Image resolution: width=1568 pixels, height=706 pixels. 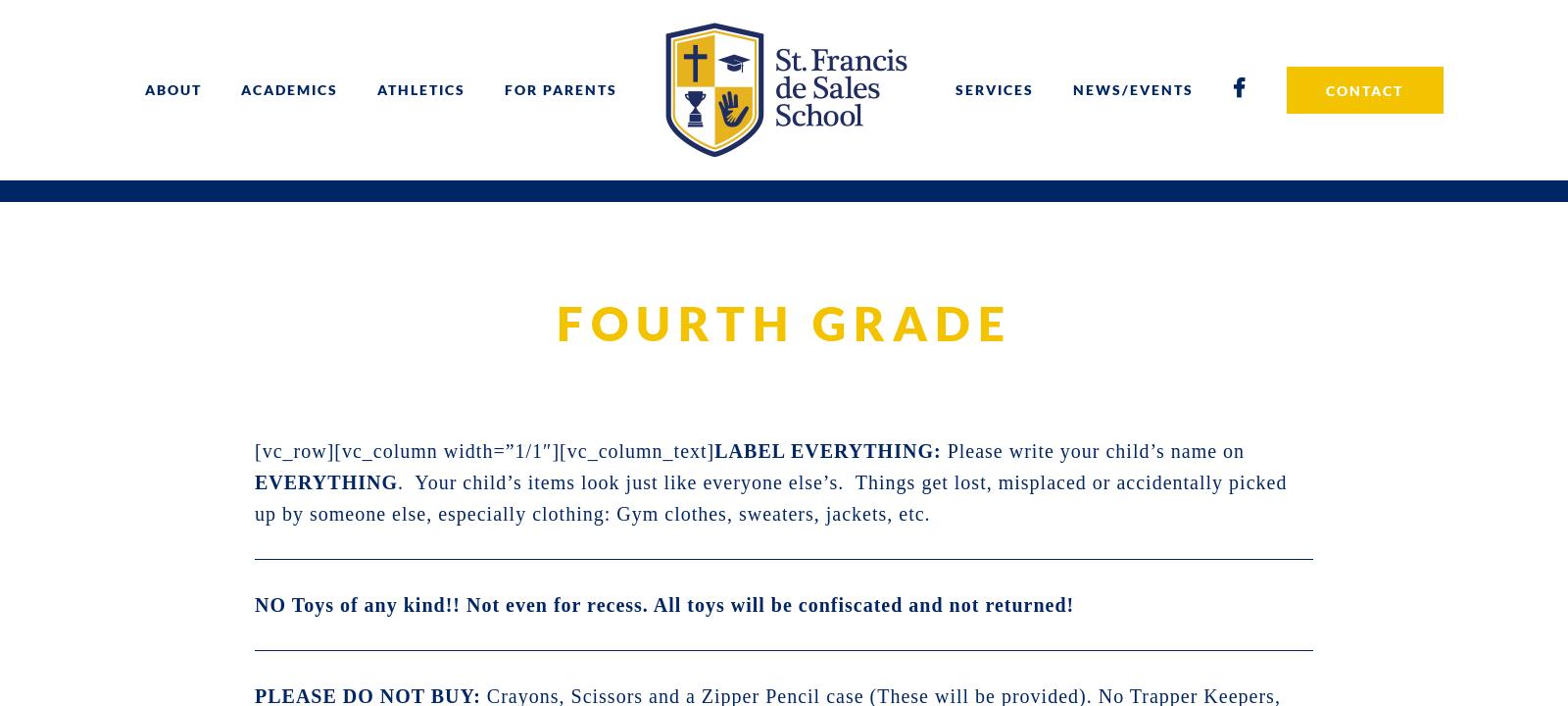 I want to click on 'FIFTH GRADE', so click(x=628, y=255).